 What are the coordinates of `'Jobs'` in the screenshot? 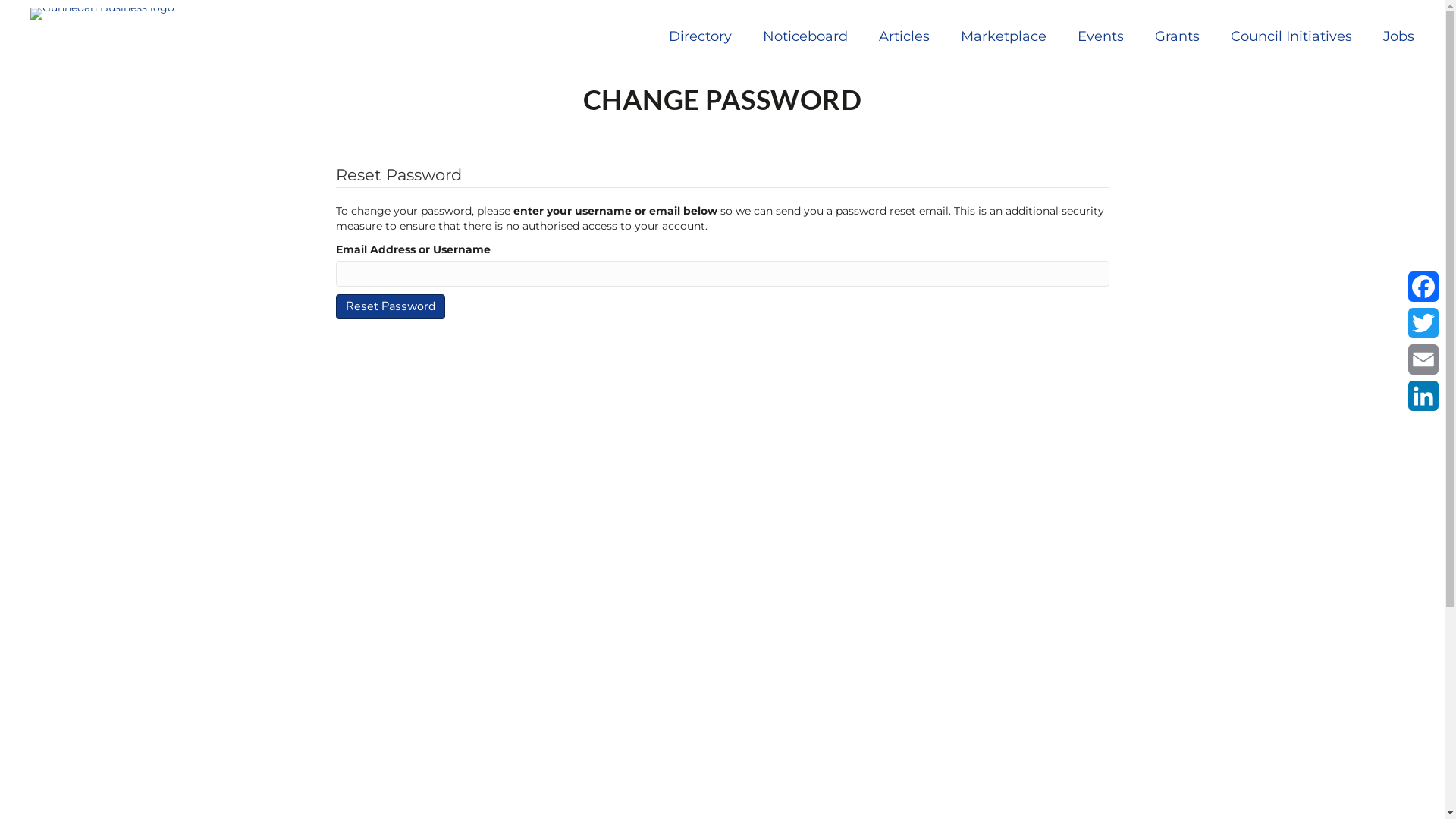 It's located at (1398, 35).